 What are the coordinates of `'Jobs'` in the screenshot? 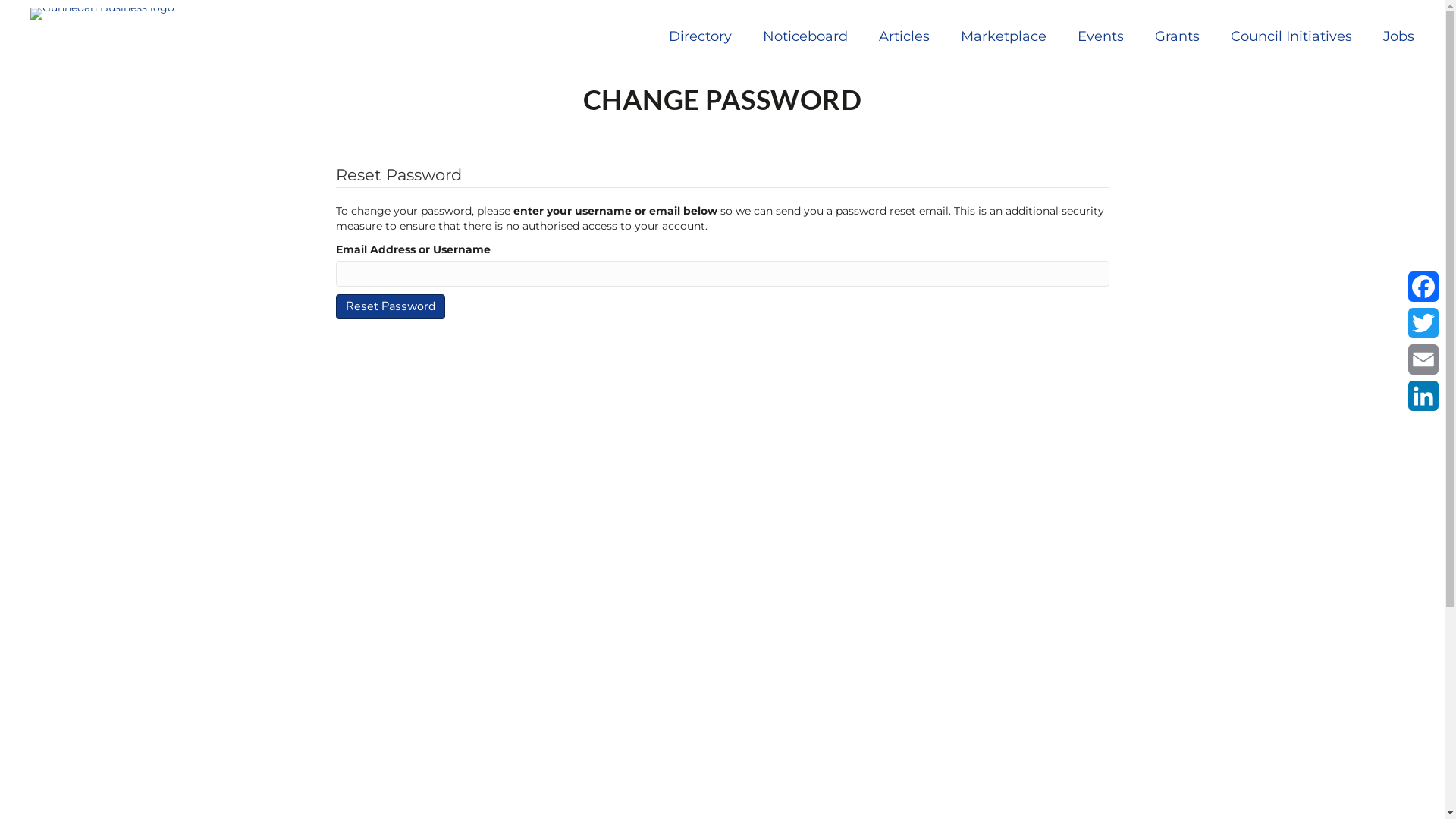 It's located at (1398, 35).